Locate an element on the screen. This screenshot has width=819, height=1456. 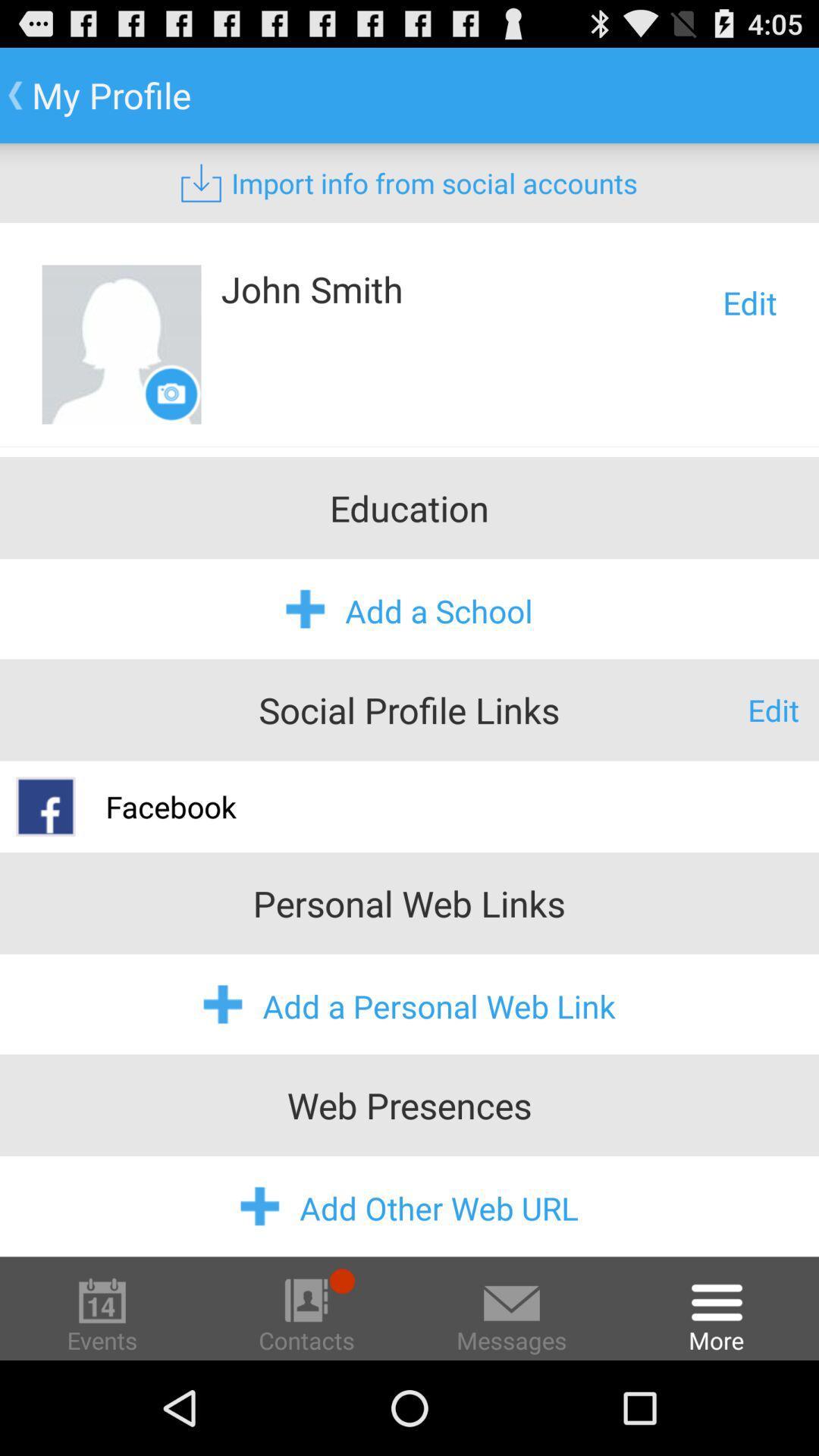
the option right to the messages options is located at coordinates (717, 1313).